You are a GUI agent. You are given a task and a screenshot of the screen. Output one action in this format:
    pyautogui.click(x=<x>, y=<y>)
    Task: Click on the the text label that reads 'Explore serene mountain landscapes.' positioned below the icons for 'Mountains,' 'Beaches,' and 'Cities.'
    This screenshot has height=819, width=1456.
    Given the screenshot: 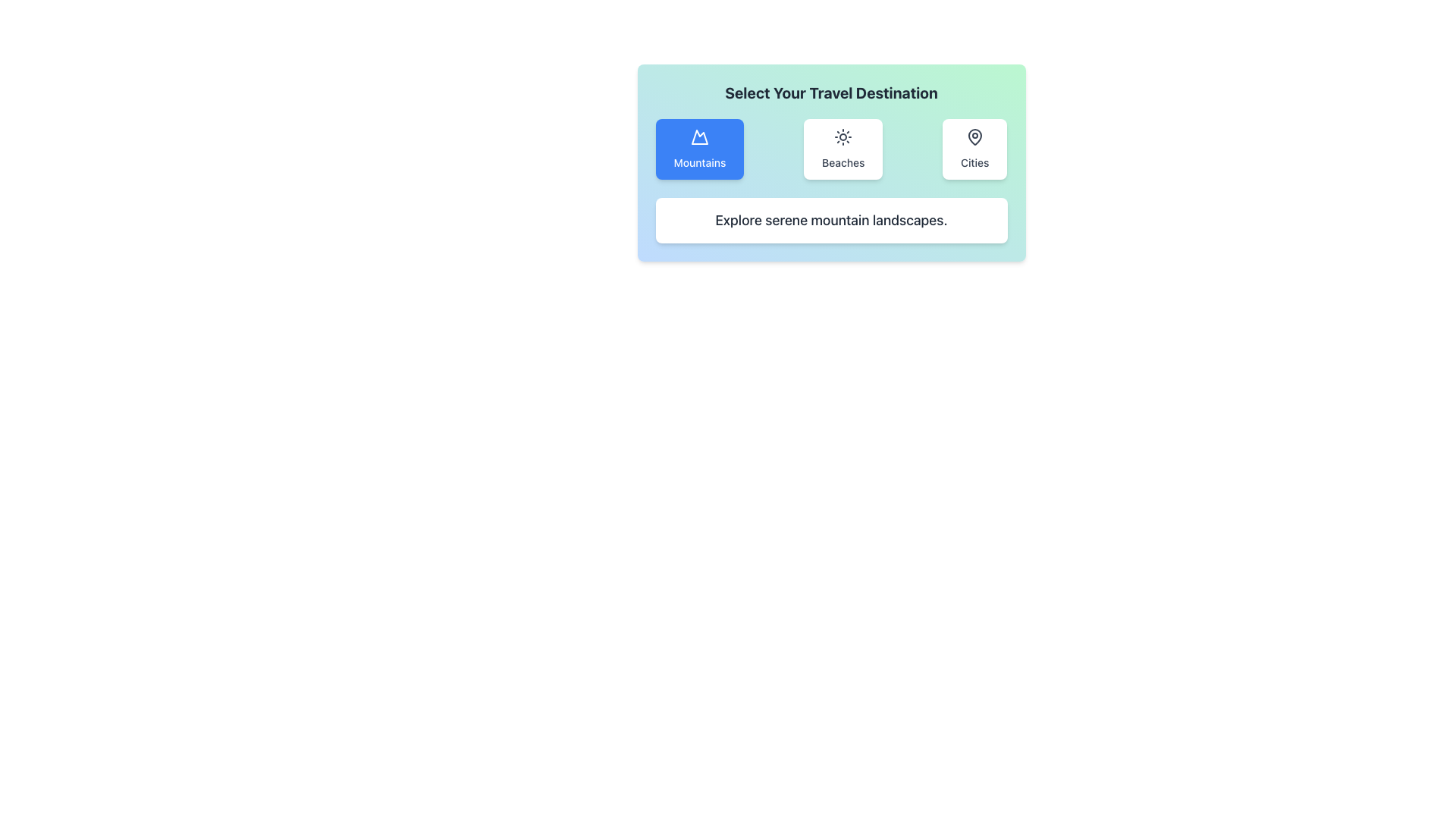 What is the action you would take?
    pyautogui.click(x=830, y=220)
    